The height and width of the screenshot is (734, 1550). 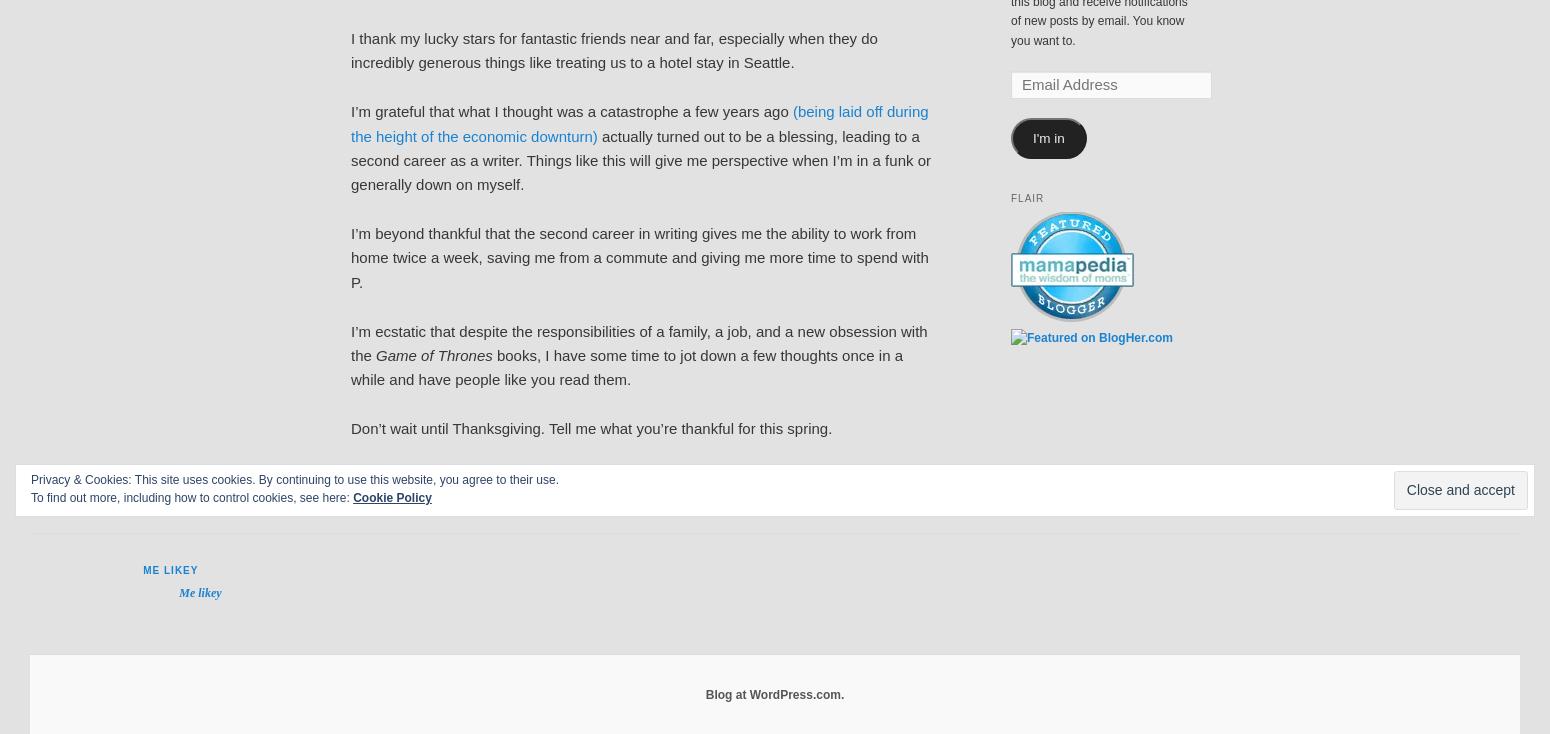 I want to click on 'I’m ecstatic that despite the responsibilities of a family, a job, and a new obsession with the', so click(x=350, y=342).